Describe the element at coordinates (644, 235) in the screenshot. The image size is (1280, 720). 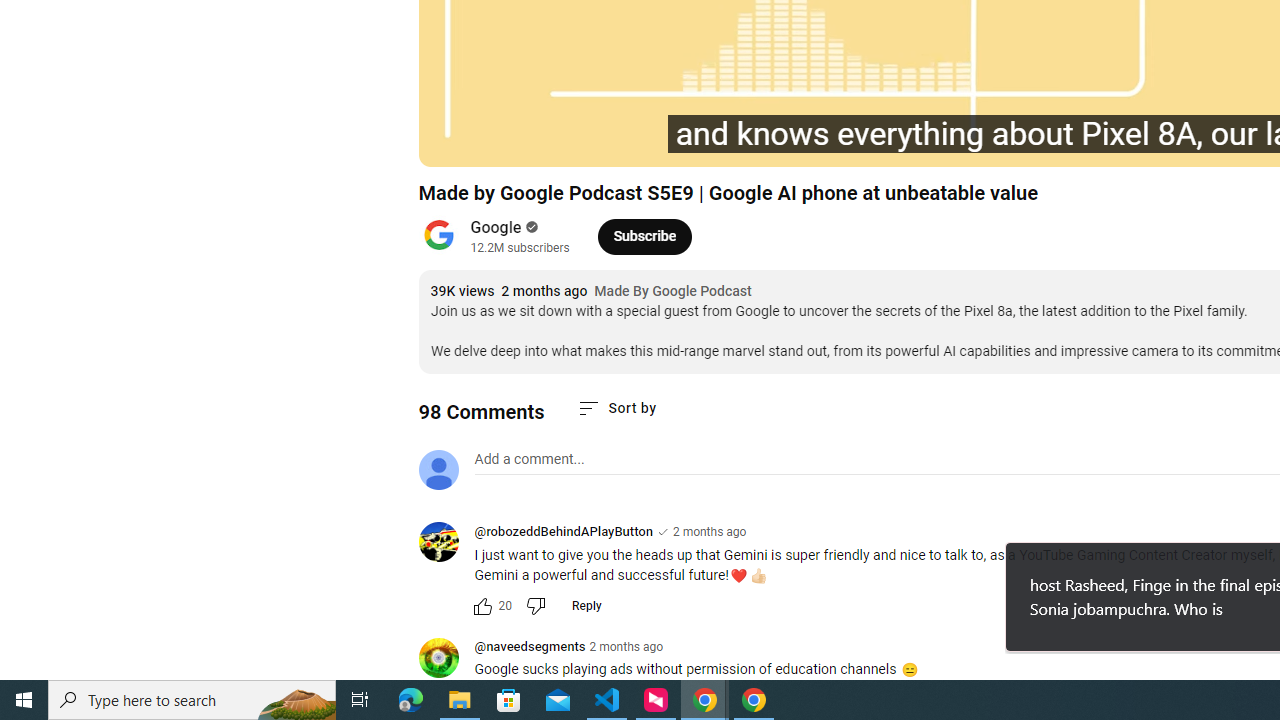
I see `'Subscribe to Google.'` at that location.